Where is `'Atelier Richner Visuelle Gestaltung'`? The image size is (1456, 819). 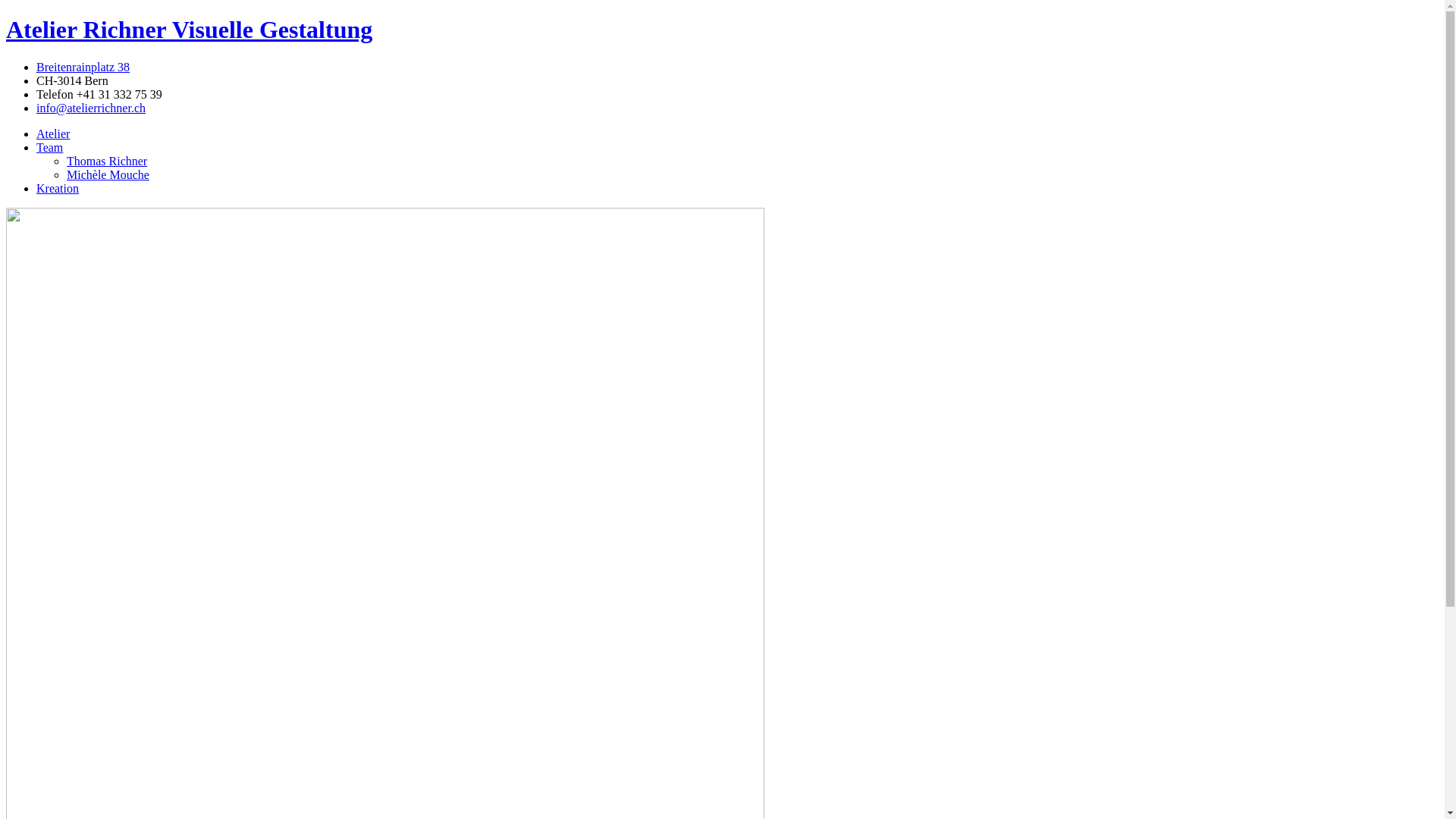 'Atelier Richner Visuelle Gestaltung' is located at coordinates (188, 29).